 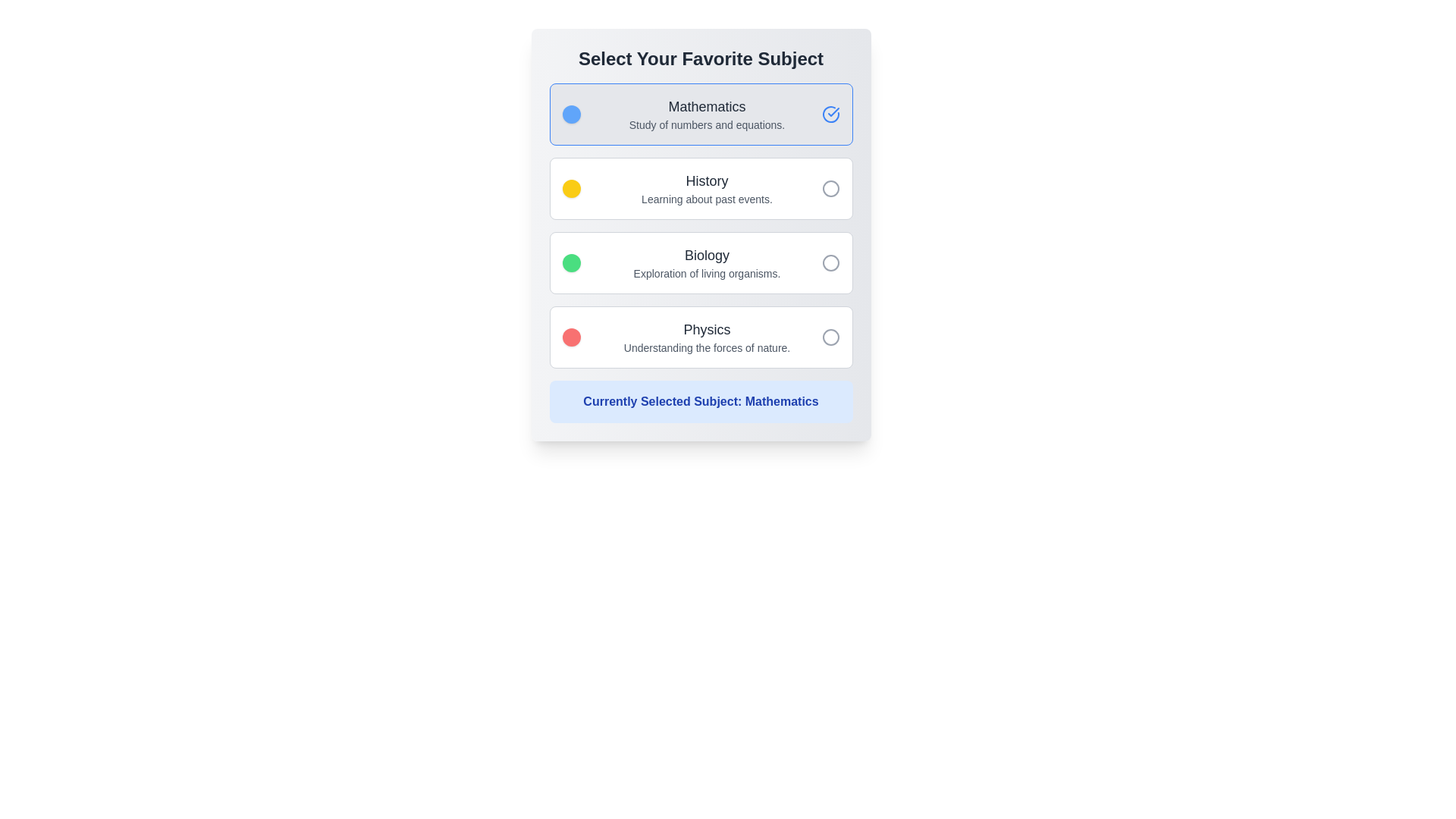 I want to click on the text label reading 'Exploration of living organisms.' which is located below the title 'Biology' in the third row of the list, so click(x=706, y=274).